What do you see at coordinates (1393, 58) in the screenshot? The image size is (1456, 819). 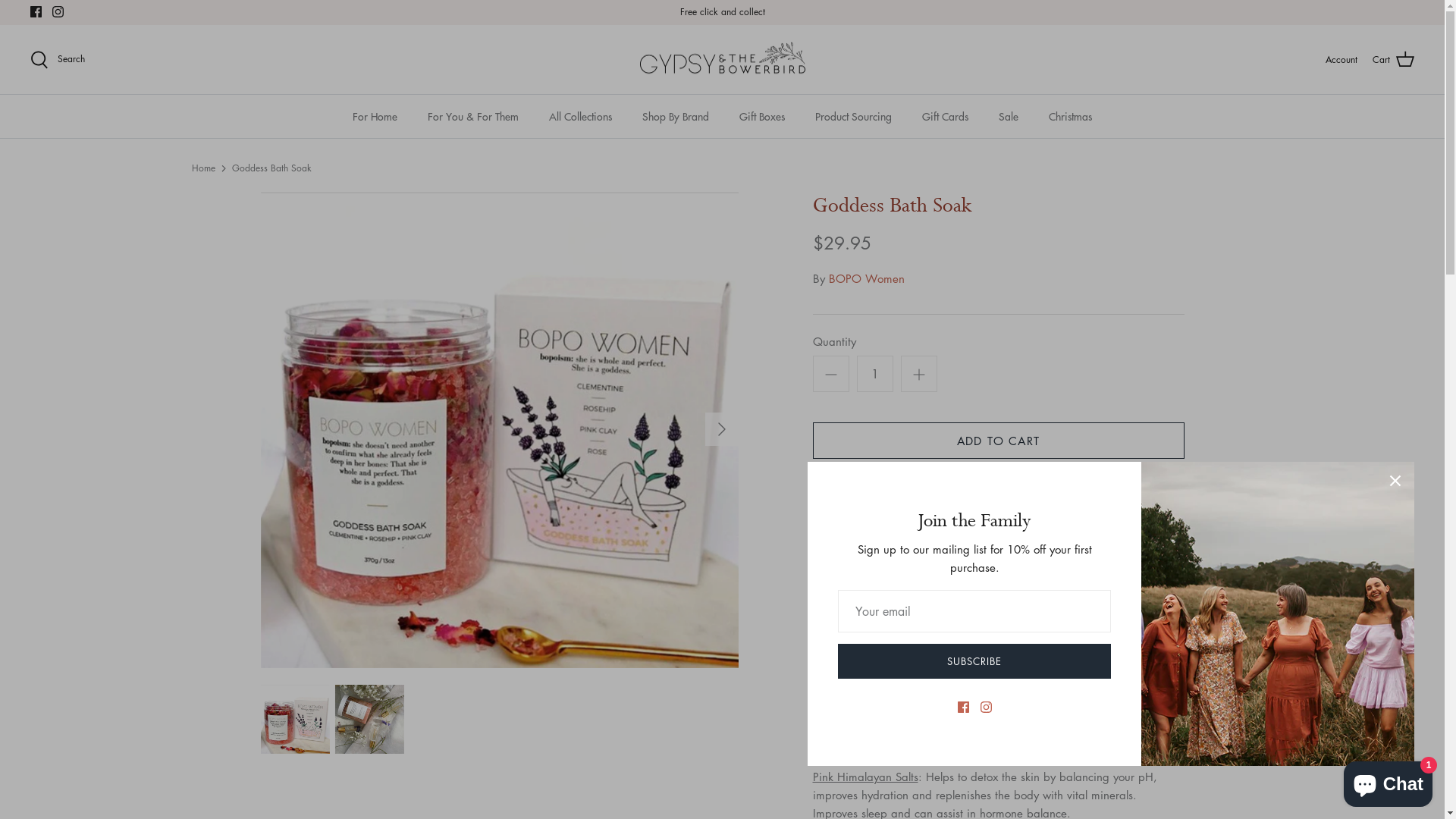 I see `'Cart'` at bounding box center [1393, 58].